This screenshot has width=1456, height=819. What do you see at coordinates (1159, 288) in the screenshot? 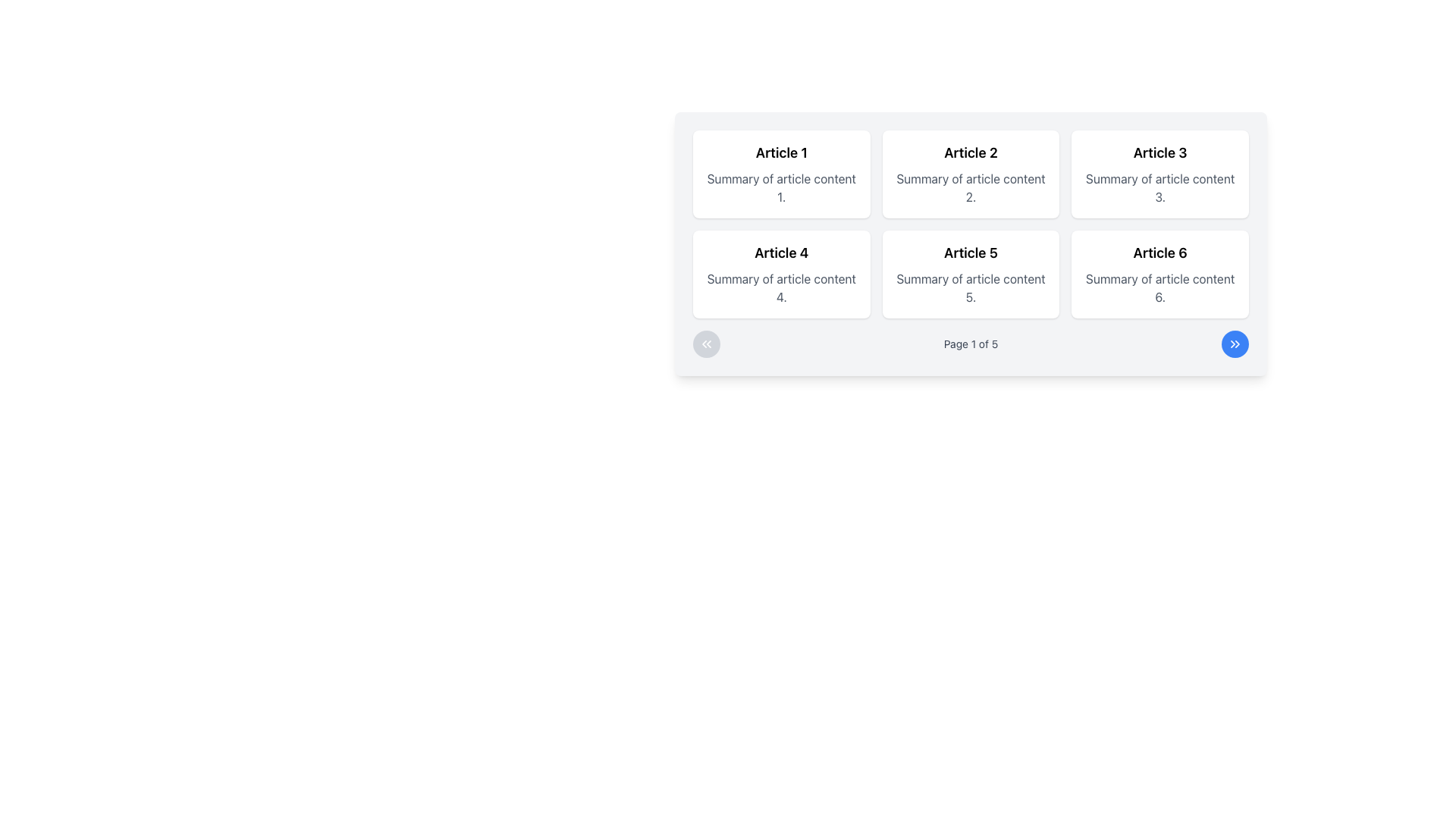
I see `text element that provides a brief summary related to 'Article 6', located beneath the title in the bottom right card of a 2x3 grid` at bounding box center [1159, 288].